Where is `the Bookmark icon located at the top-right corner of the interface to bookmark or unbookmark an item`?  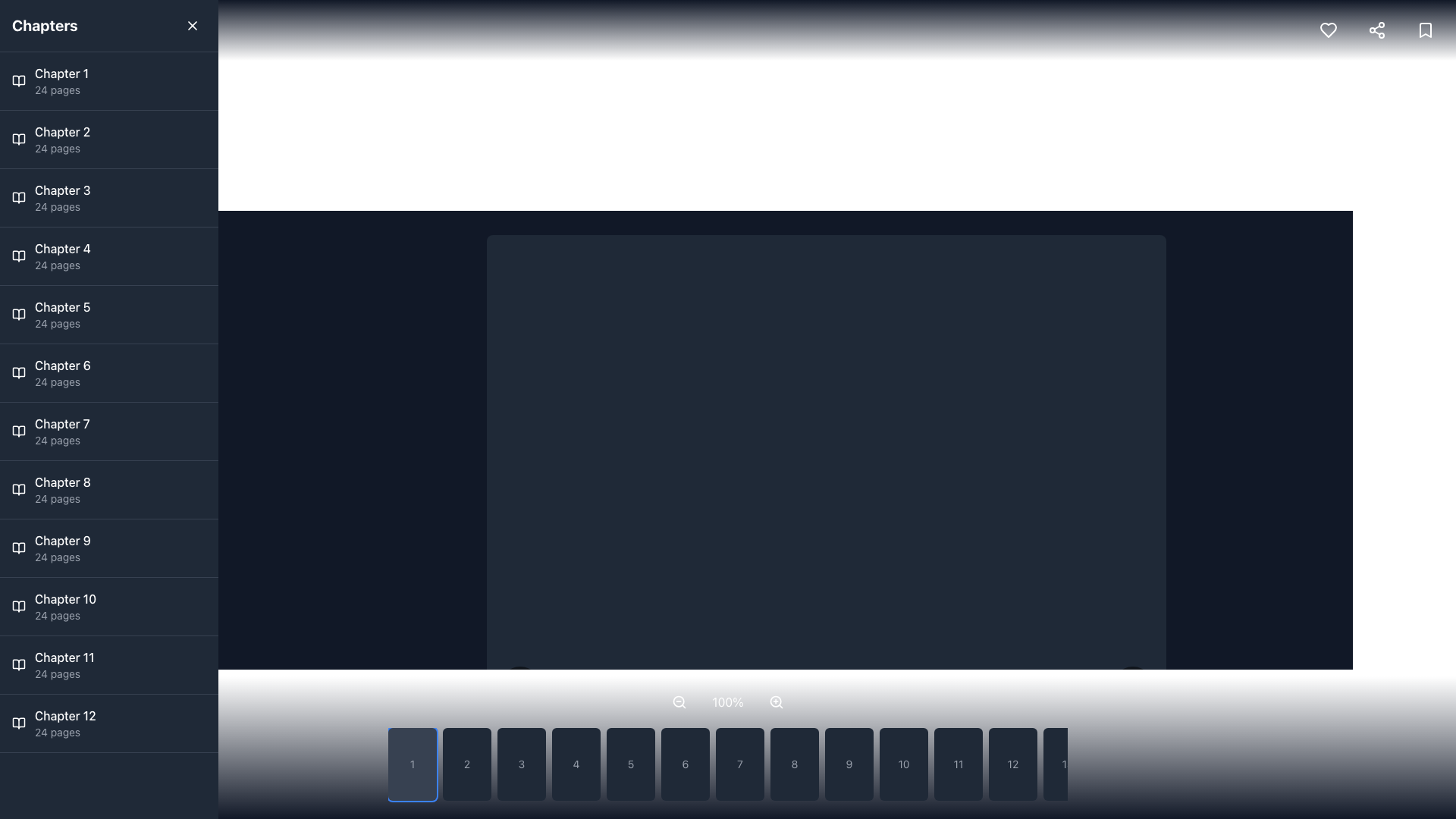
the Bookmark icon located at the top-right corner of the interface to bookmark or unbookmark an item is located at coordinates (1425, 30).